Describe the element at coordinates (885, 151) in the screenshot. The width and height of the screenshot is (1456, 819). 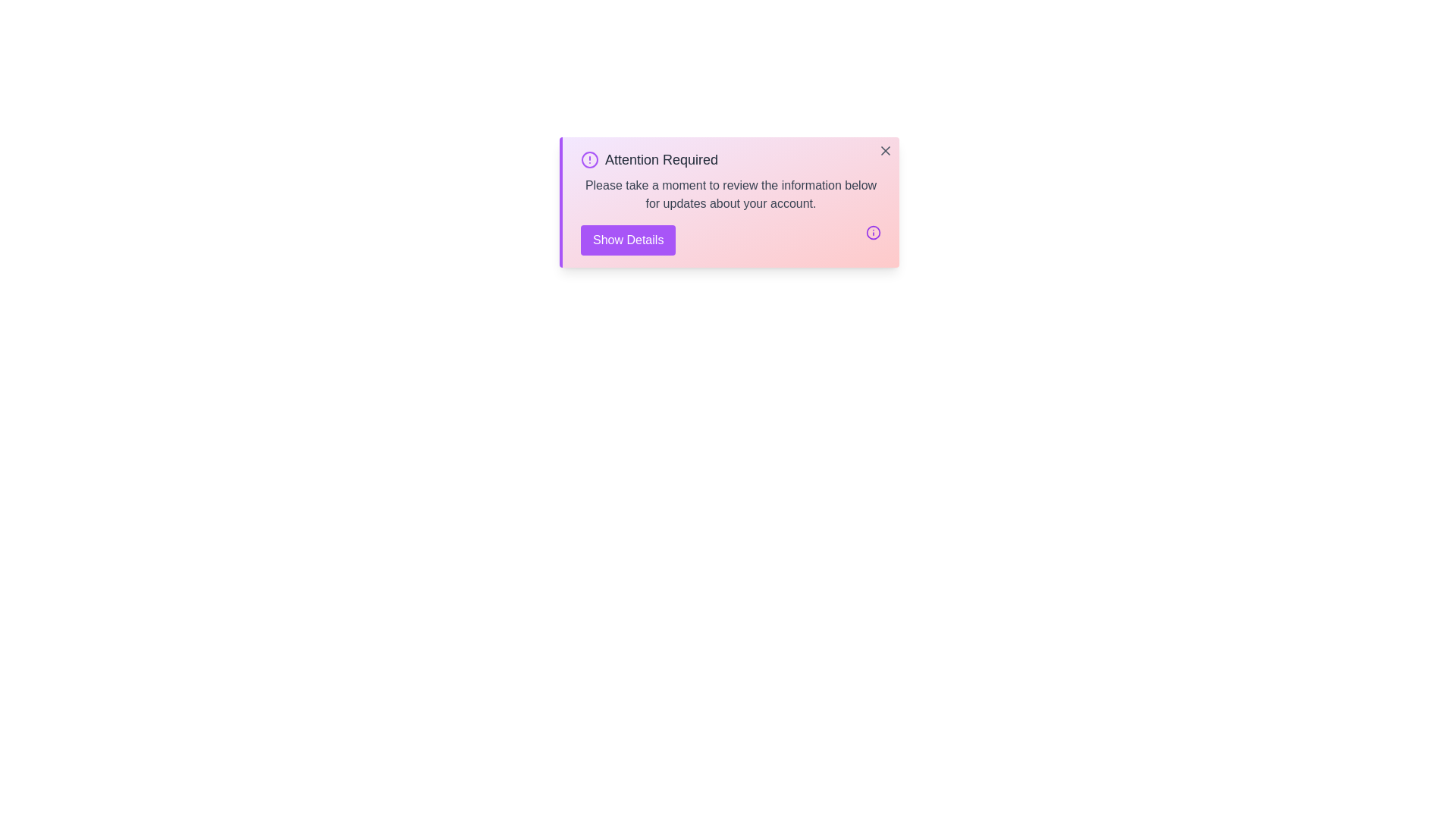
I see `the close button to dismiss the alert` at that location.